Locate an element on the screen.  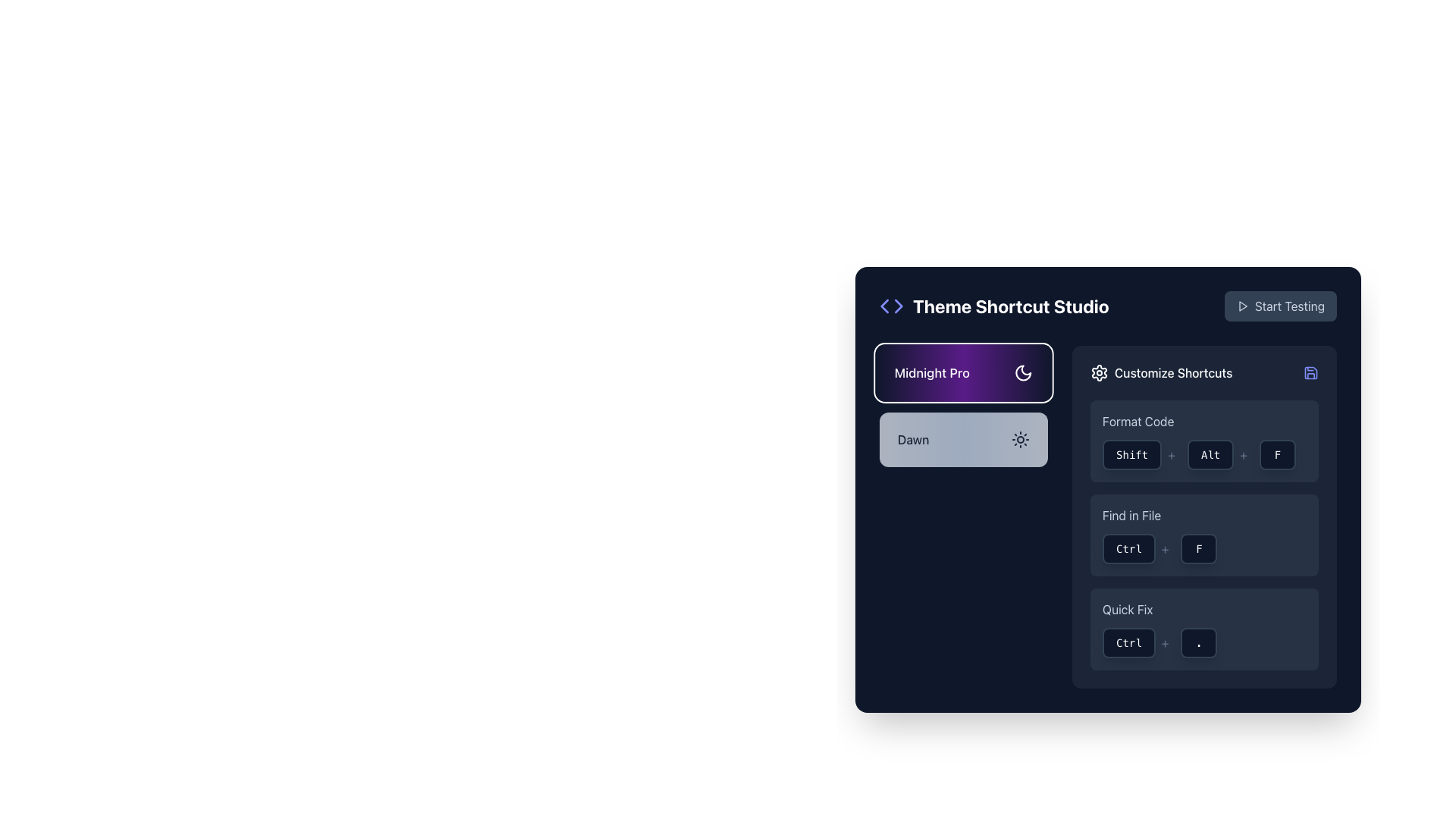
the button element with a black background and white text 'F', located in the 'Find in File' shortcut definition panel, to the right of the 'Ctrl' button is located at coordinates (1198, 549).